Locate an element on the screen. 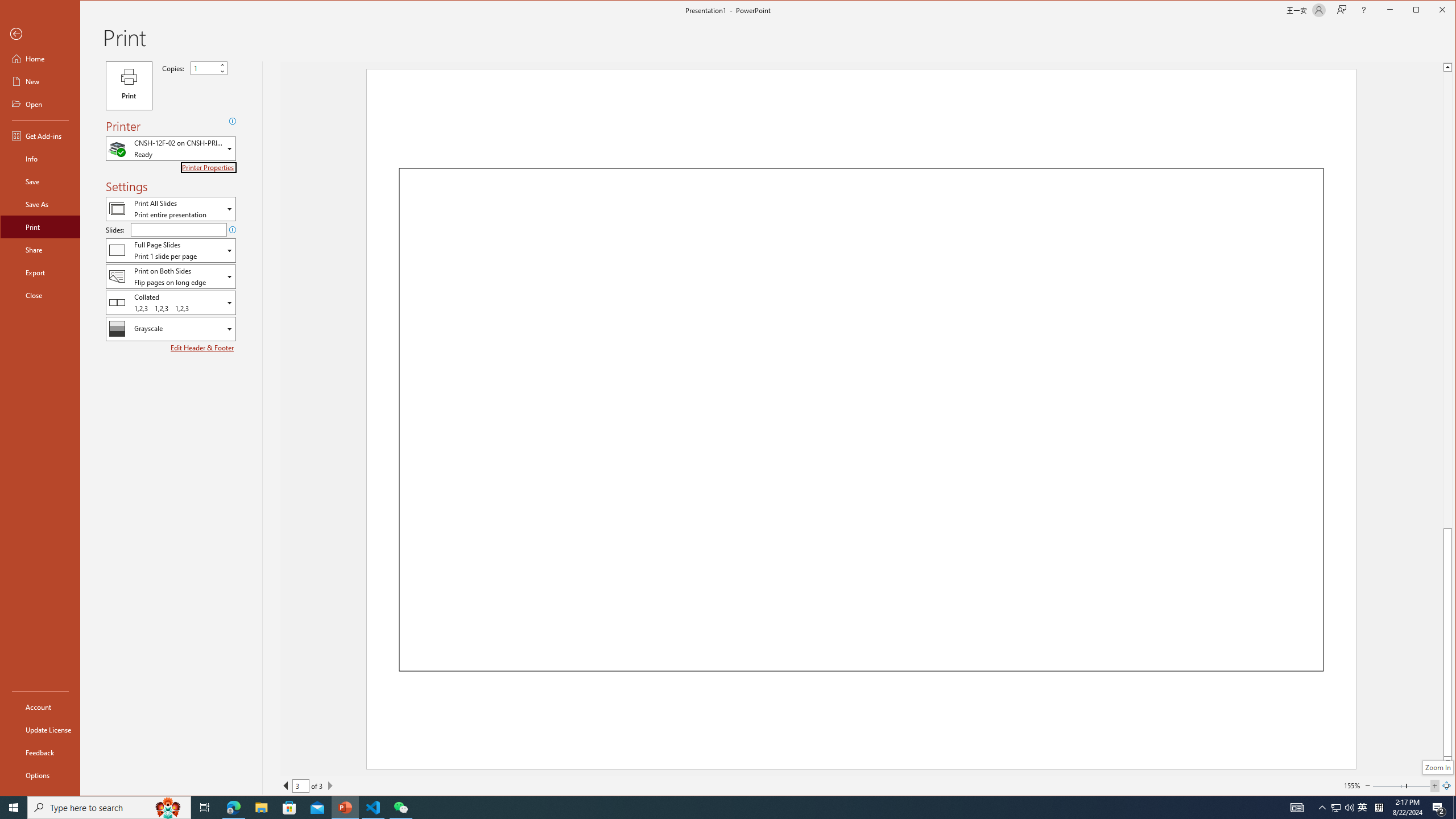 The width and height of the screenshot is (1456, 819). 'Account' is located at coordinates (39, 706).